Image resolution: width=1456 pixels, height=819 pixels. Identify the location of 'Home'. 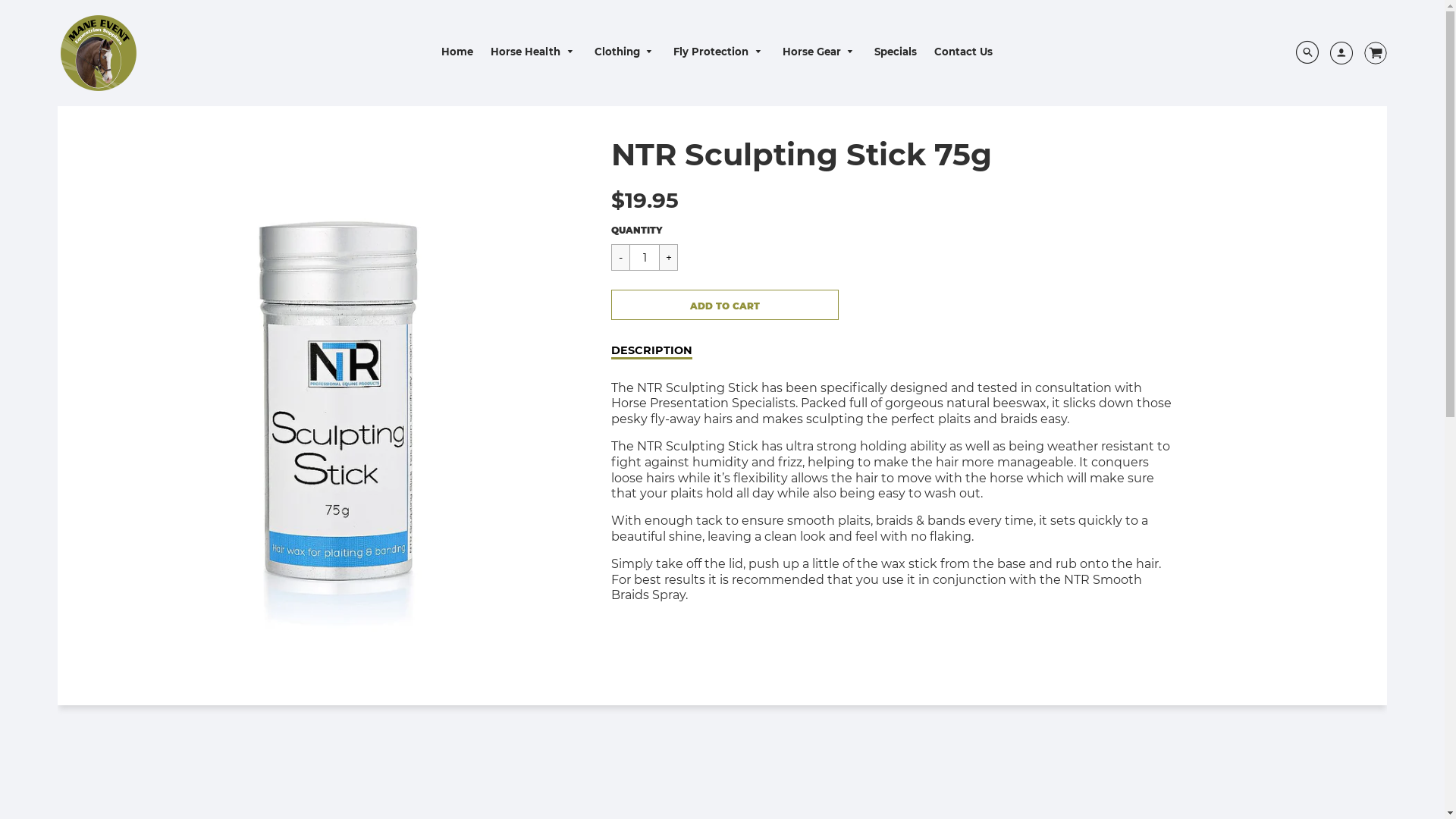
(457, 51).